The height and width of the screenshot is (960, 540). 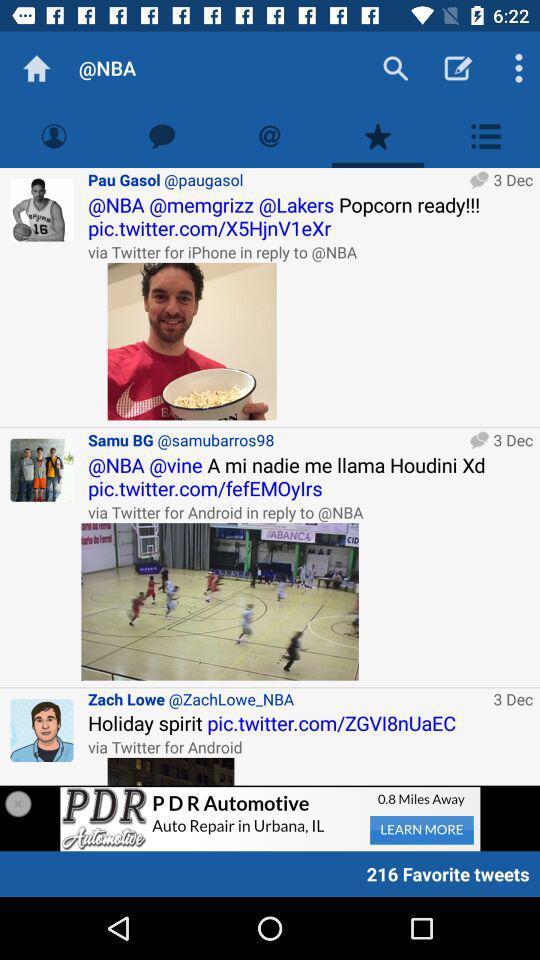 What do you see at coordinates (219, 600) in the screenshot?
I see `icon below via twitter for icon` at bounding box center [219, 600].